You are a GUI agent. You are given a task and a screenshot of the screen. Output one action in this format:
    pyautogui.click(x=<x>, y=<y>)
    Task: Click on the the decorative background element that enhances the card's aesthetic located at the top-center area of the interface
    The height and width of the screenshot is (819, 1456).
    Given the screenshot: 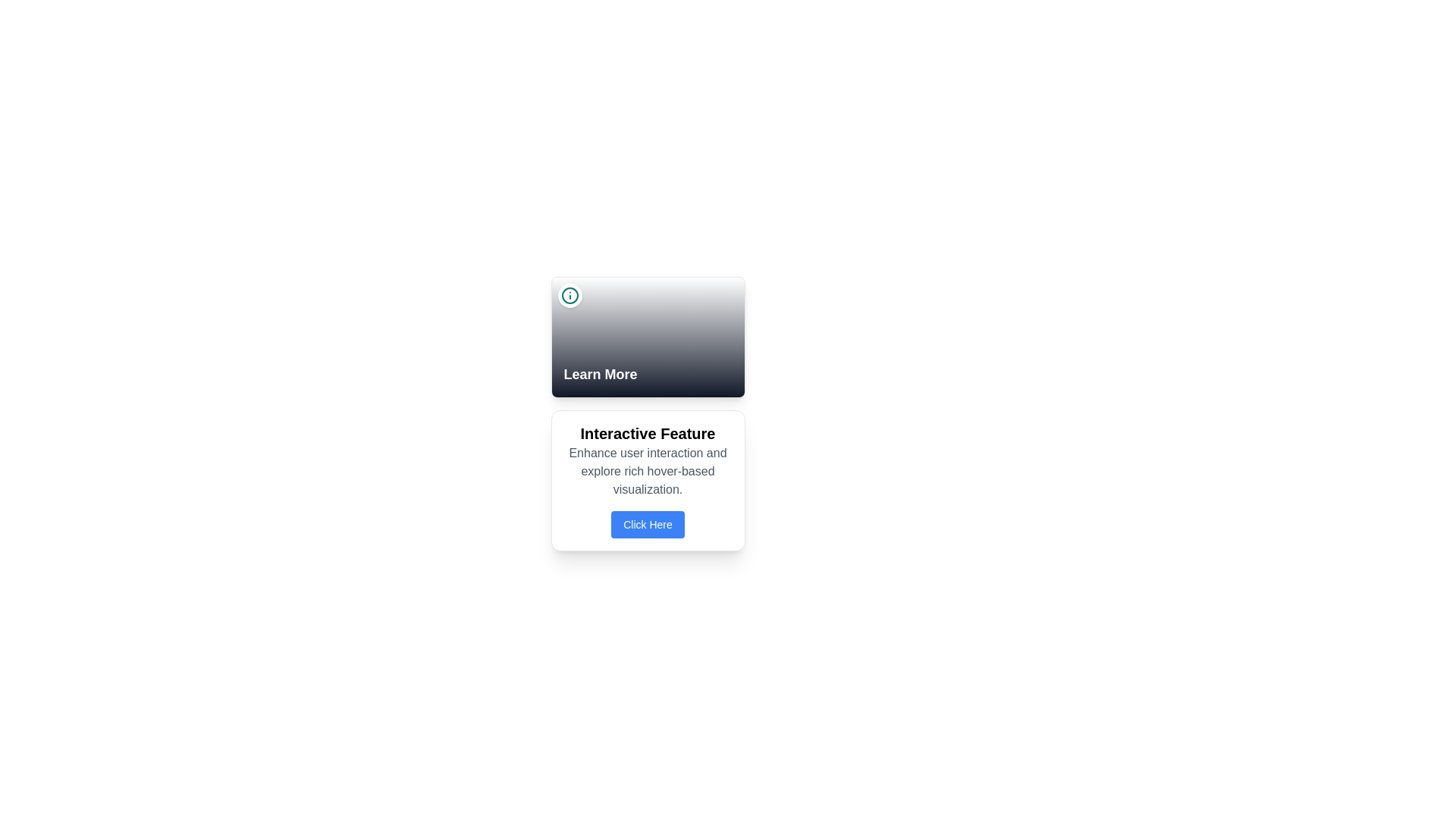 What is the action you would take?
    pyautogui.click(x=648, y=336)
    